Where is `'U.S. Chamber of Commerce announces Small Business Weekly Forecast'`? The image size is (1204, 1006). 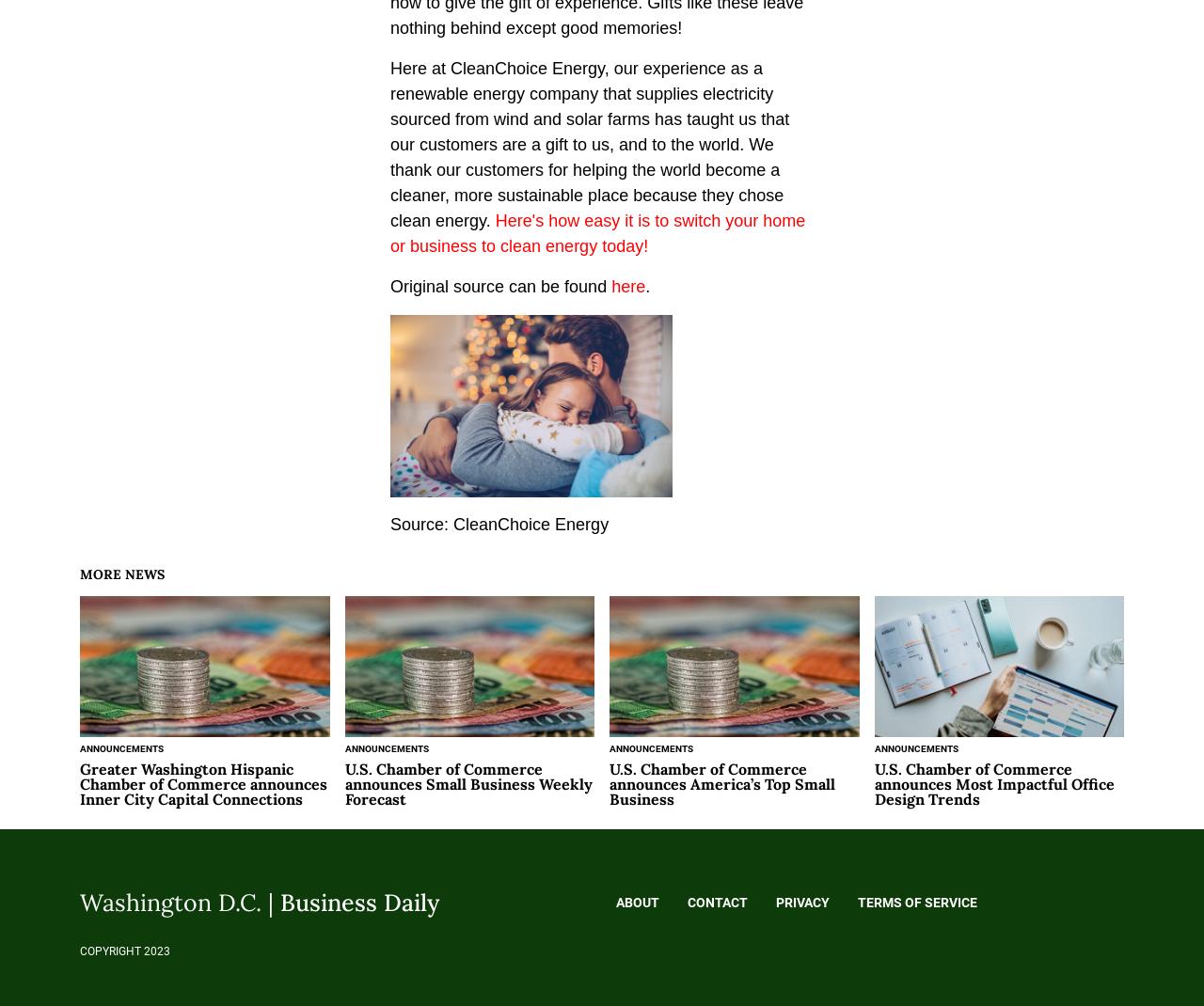 'U.S. Chamber of Commerce announces Small Business Weekly Forecast' is located at coordinates (467, 782).